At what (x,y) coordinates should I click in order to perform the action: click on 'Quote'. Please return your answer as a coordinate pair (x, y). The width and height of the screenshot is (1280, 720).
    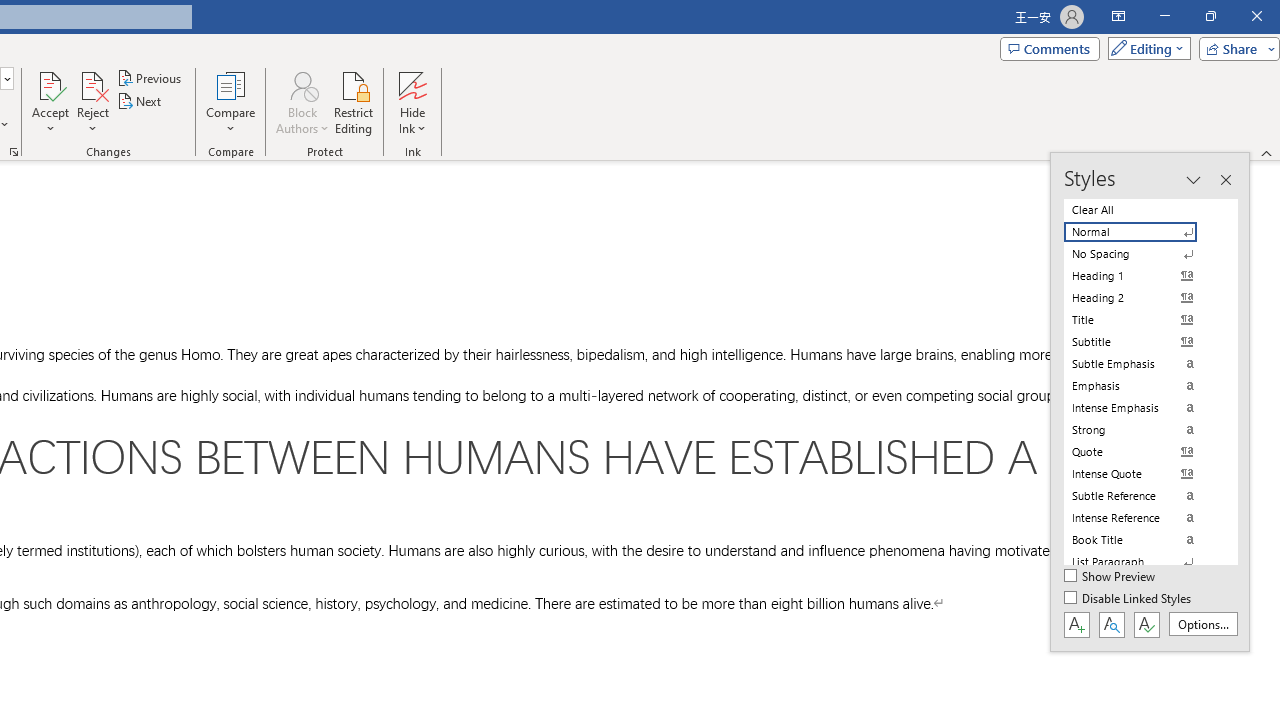
    Looking at the image, I should click on (1142, 451).